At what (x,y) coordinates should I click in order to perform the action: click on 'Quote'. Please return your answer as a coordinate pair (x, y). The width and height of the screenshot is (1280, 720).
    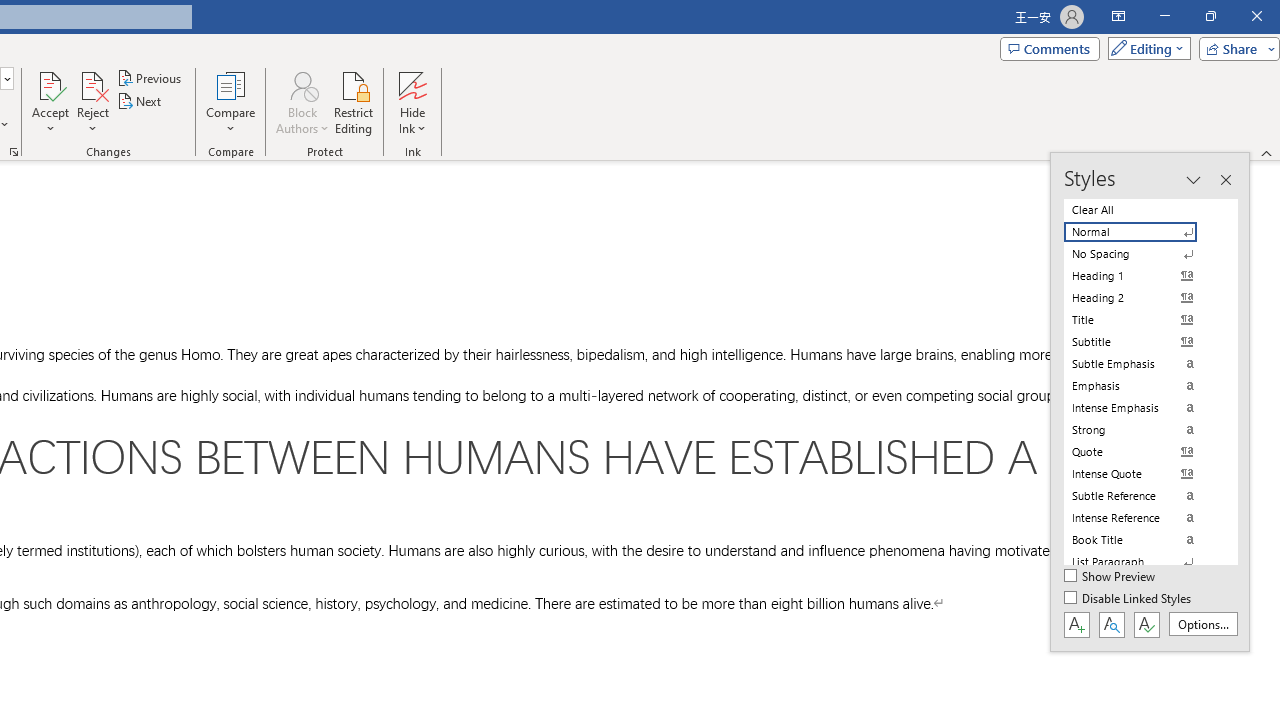
    Looking at the image, I should click on (1142, 451).